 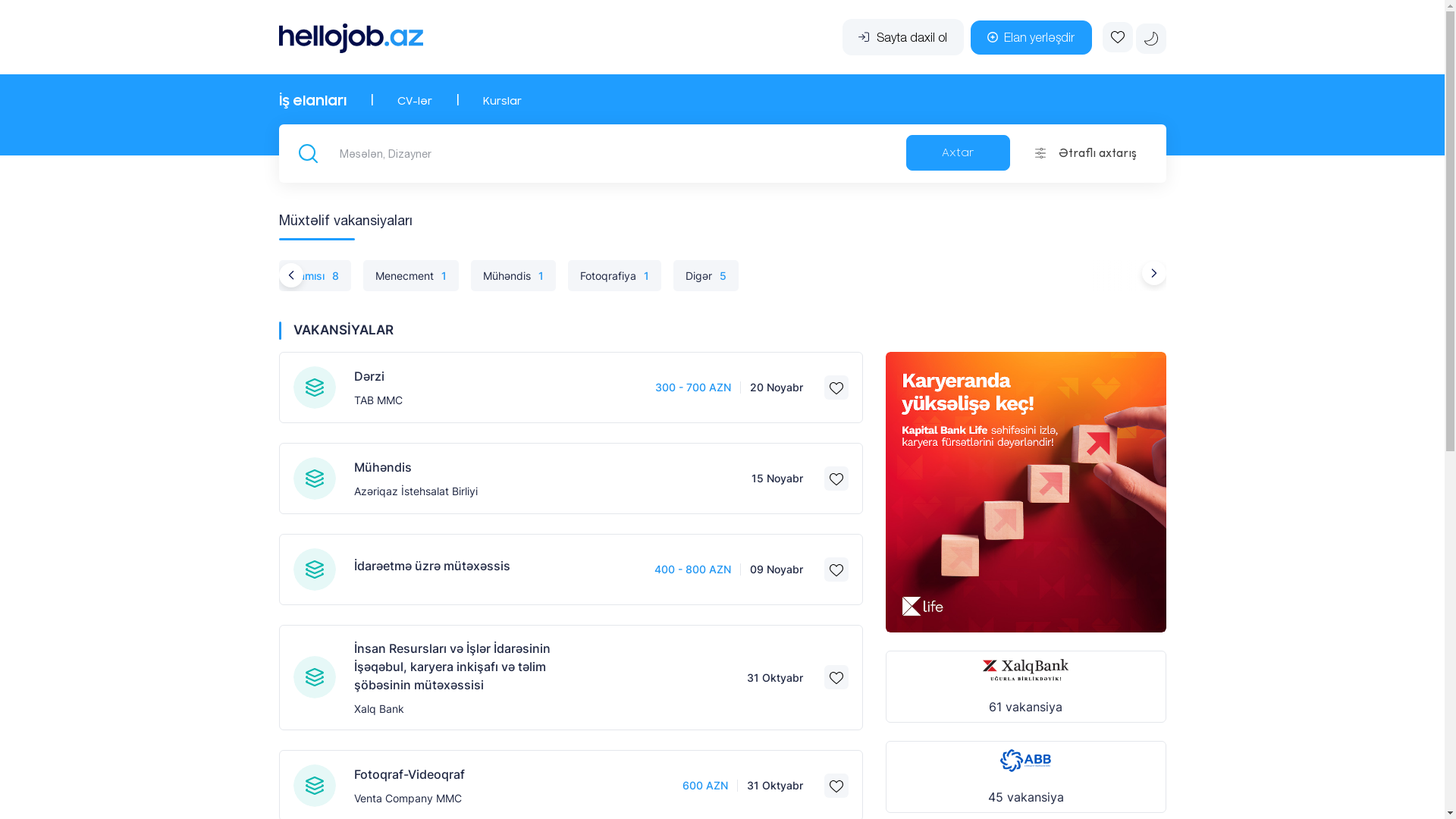 What do you see at coordinates (410, 275) in the screenshot?
I see `'Menecment` at bounding box center [410, 275].